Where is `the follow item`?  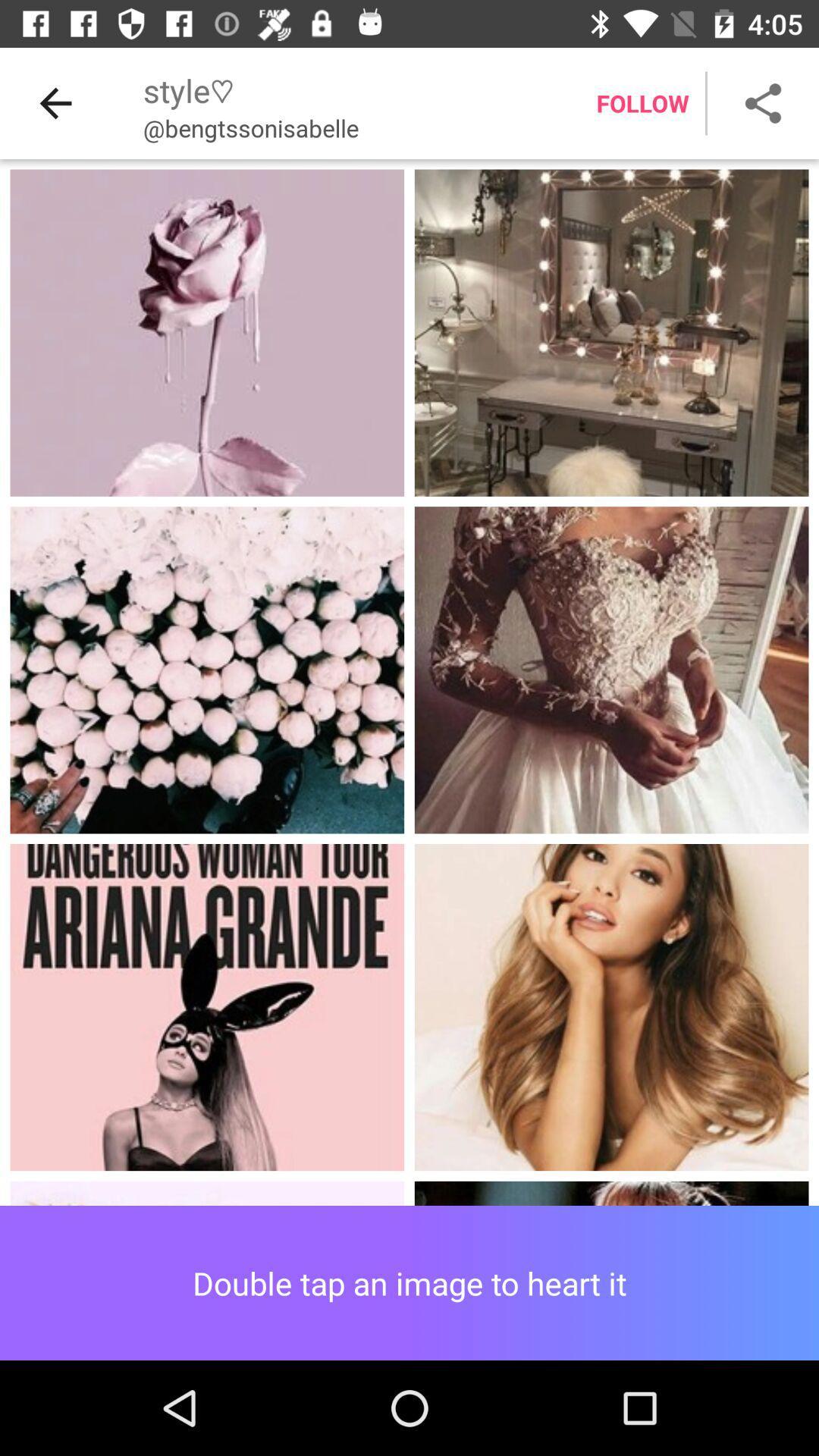 the follow item is located at coordinates (642, 102).